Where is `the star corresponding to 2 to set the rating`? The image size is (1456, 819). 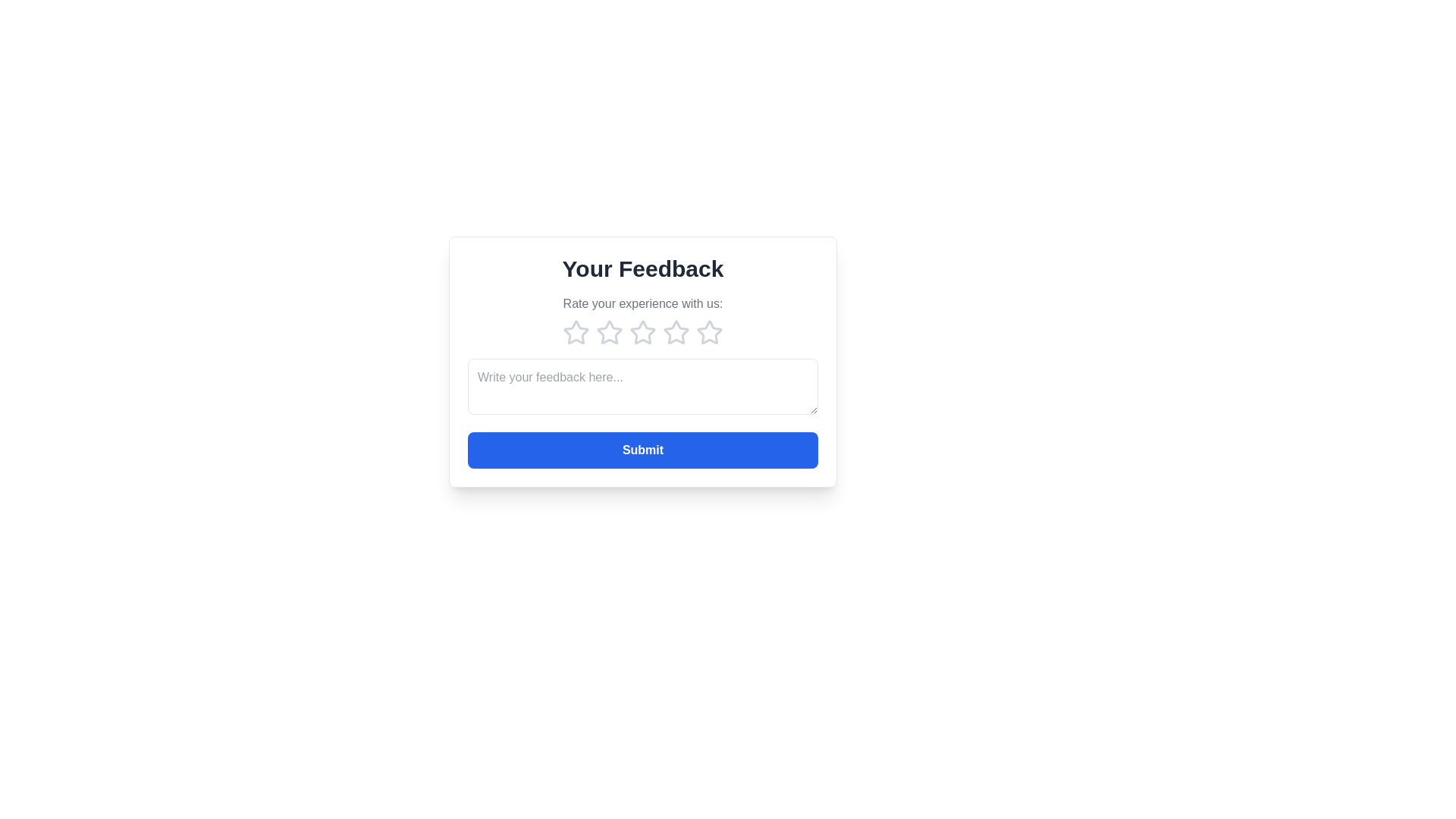 the star corresponding to 2 to set the rating is located at coordinates (610, 332).